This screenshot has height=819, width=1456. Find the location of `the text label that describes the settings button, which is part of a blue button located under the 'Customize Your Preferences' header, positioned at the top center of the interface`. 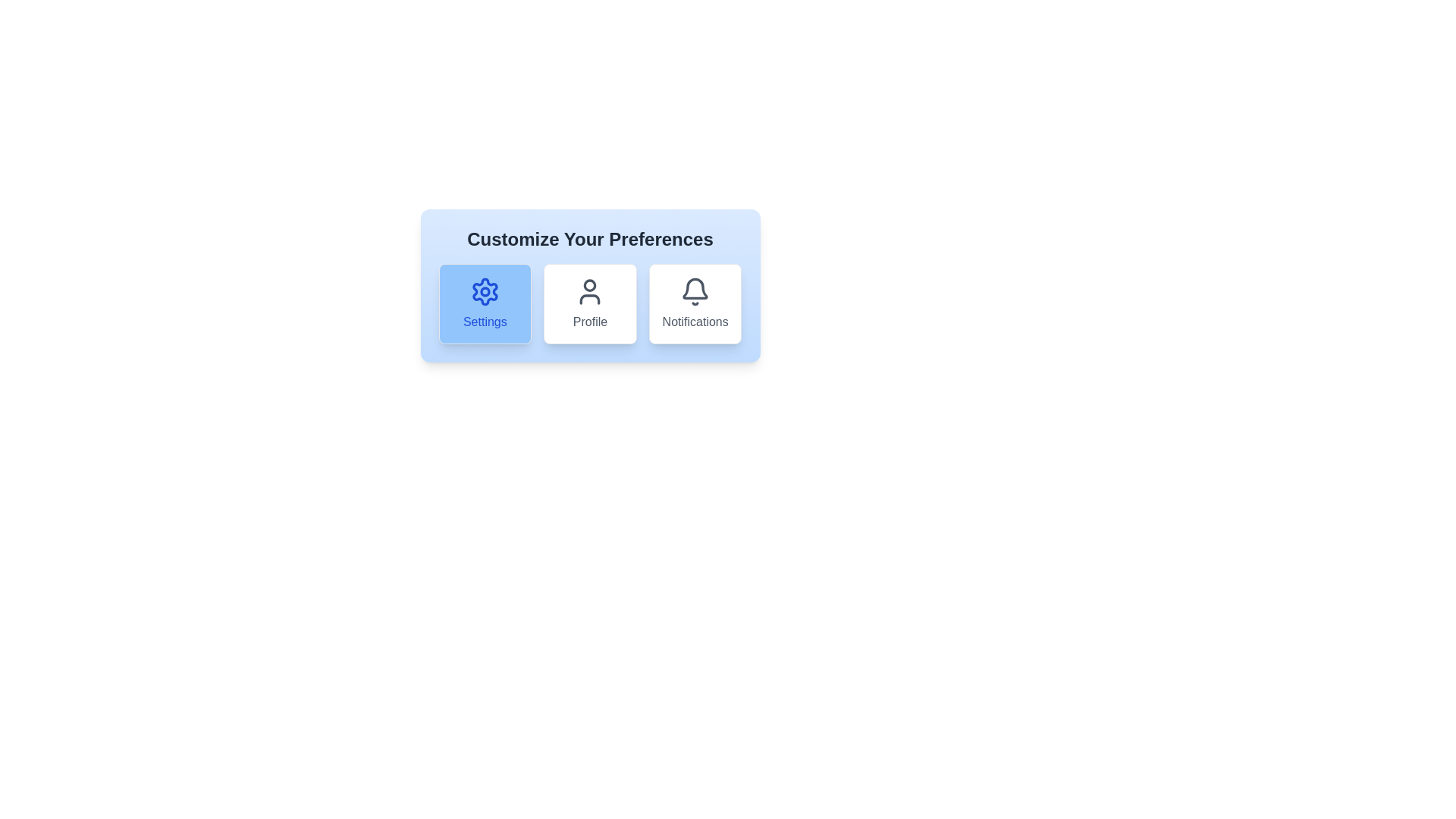

the text label that describes the settings button, which is part of a blue button located under the 'Customize Your Preferences' header, positioned at the top center of the interface is located at coordinates (484, 321).